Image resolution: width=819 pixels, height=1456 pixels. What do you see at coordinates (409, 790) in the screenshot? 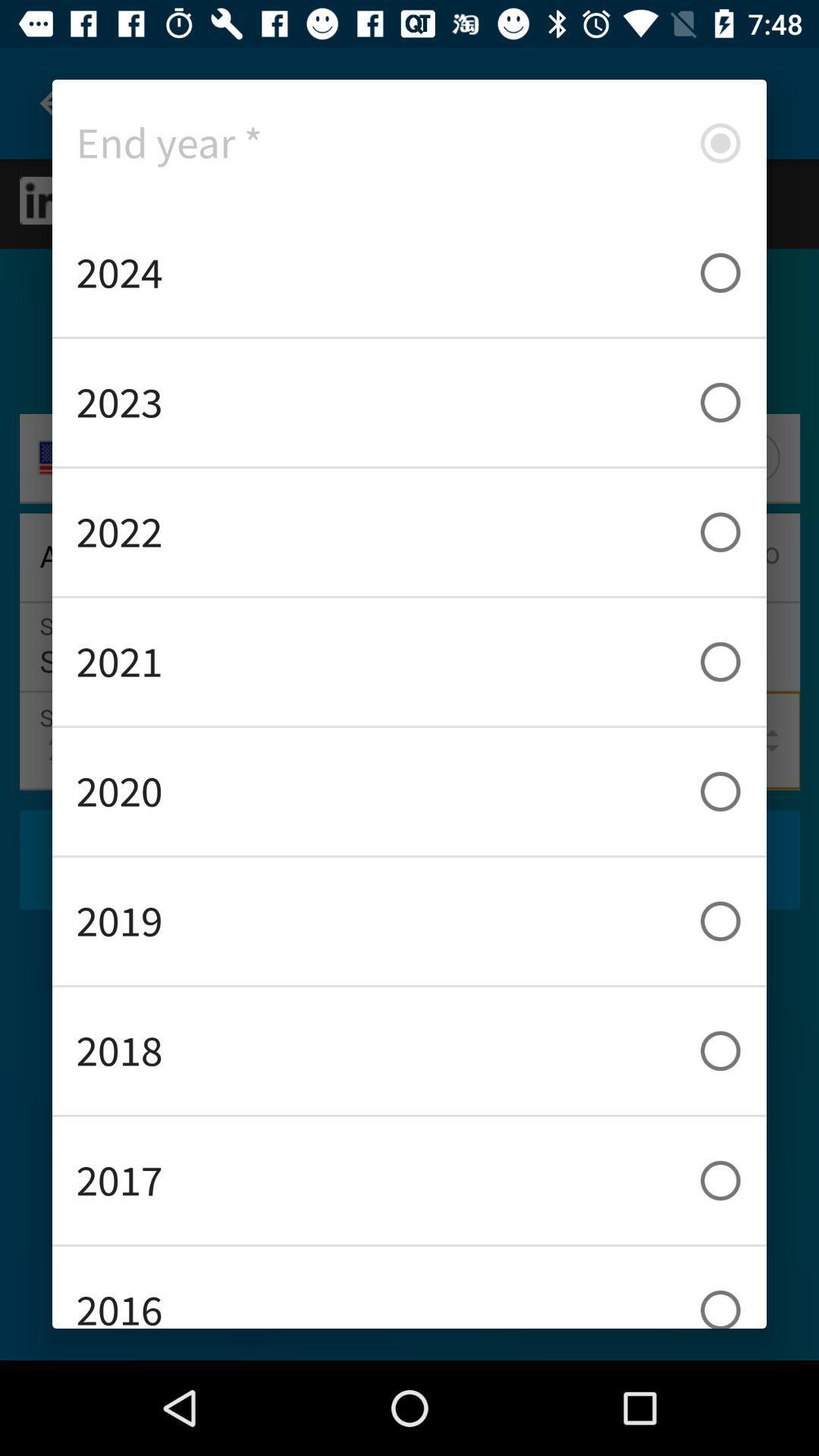
I see `item below 2021` at bounding box center [409, 790].